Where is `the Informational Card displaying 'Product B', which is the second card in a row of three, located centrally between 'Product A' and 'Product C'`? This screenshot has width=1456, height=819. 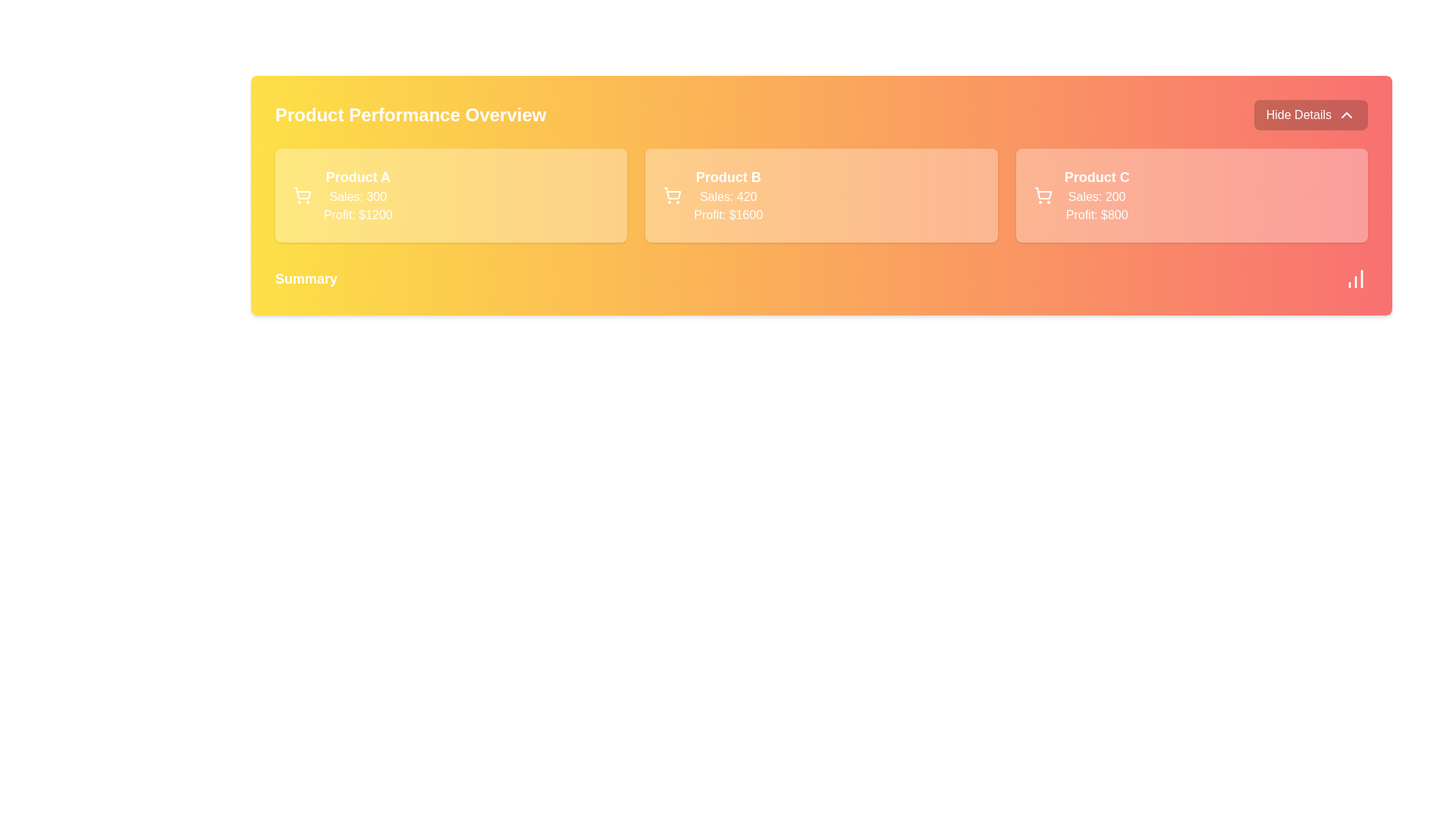
the Informational Card displaying 'Product B', which is the second card in a row of three, located centrally between 'Product A' and 'Product C' is located at coordinates (821, 195).